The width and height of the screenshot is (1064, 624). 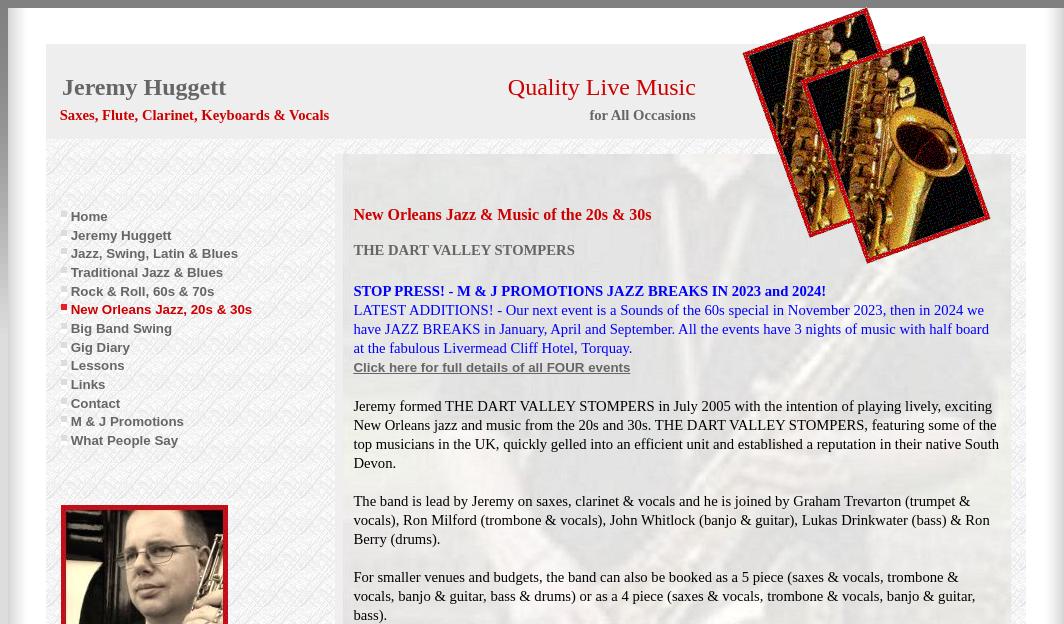 I want to click on 'For smaller venues and budgets, the band can also be booked as a 5 piece (saxes & vocals, trombone & vocals, banjo & guitar, bass & drums) or as a 4 piece (saxes & vocals, trombone & vocals, banjo & guitar, bass).', so click(x=664, y=595).